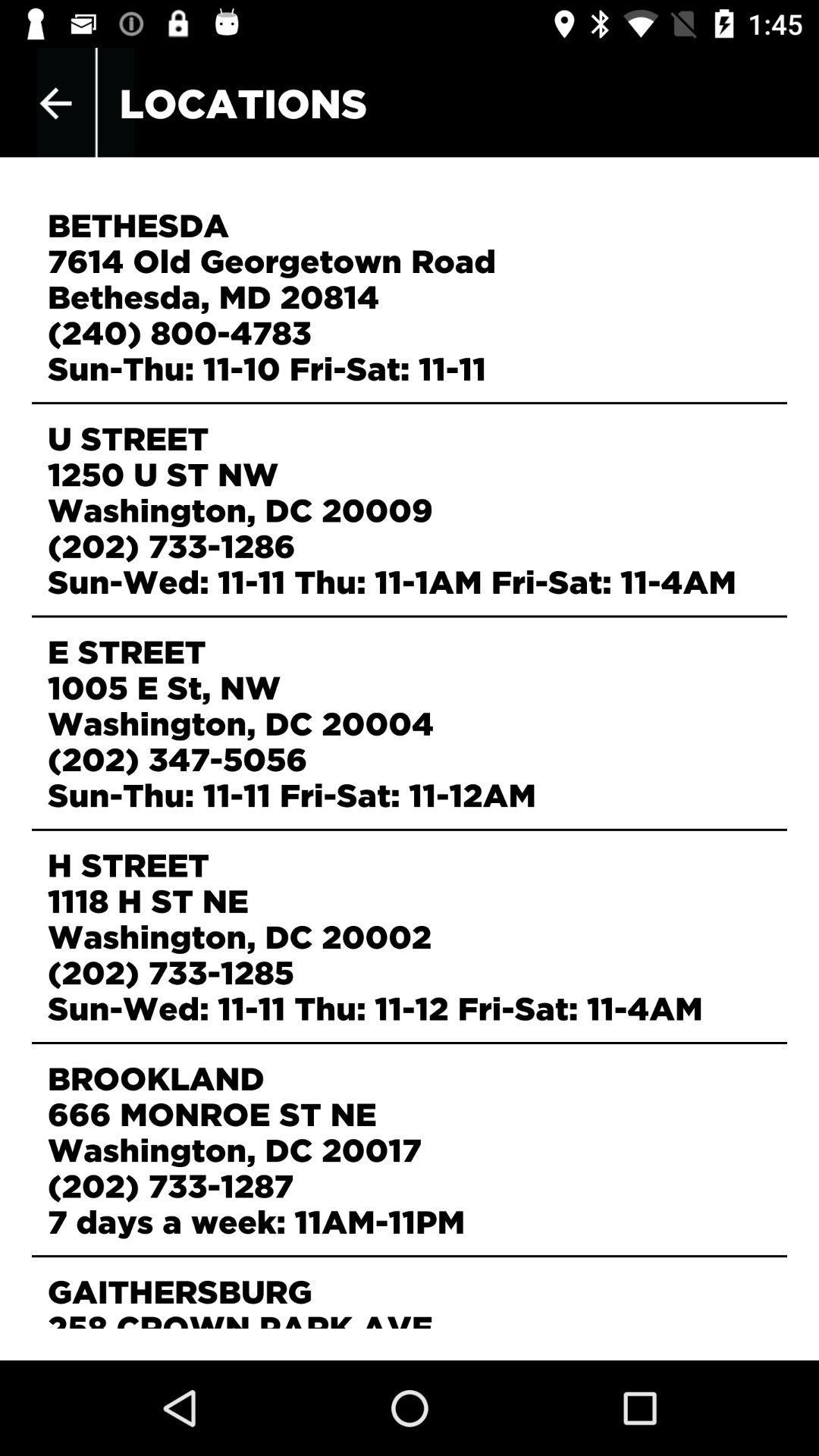  What do you see at coordinates (55, 102) in the screenshot?
I see `app next to the locations app` at bounding box center [55, 102].